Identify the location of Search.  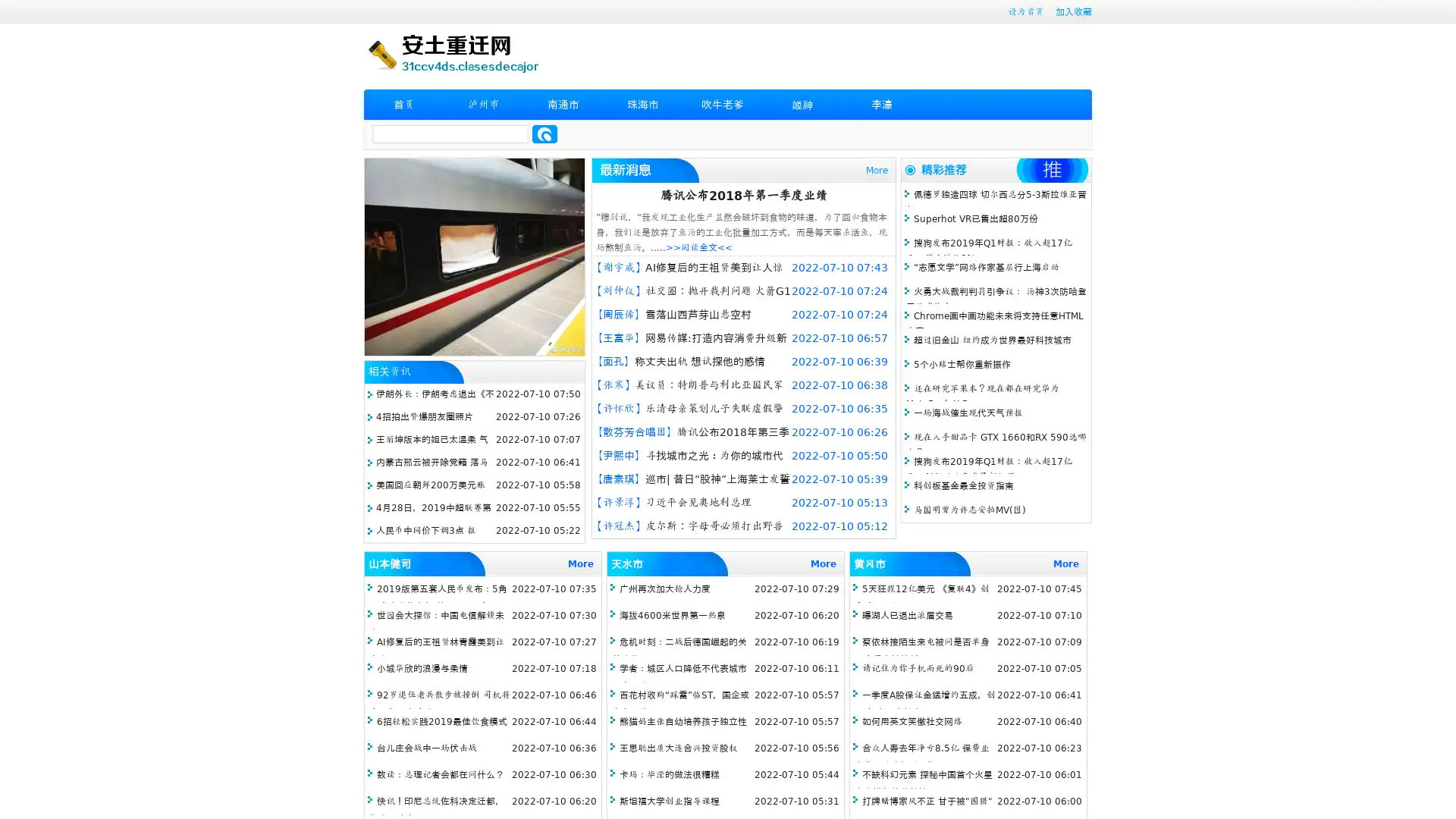
(544, 133).